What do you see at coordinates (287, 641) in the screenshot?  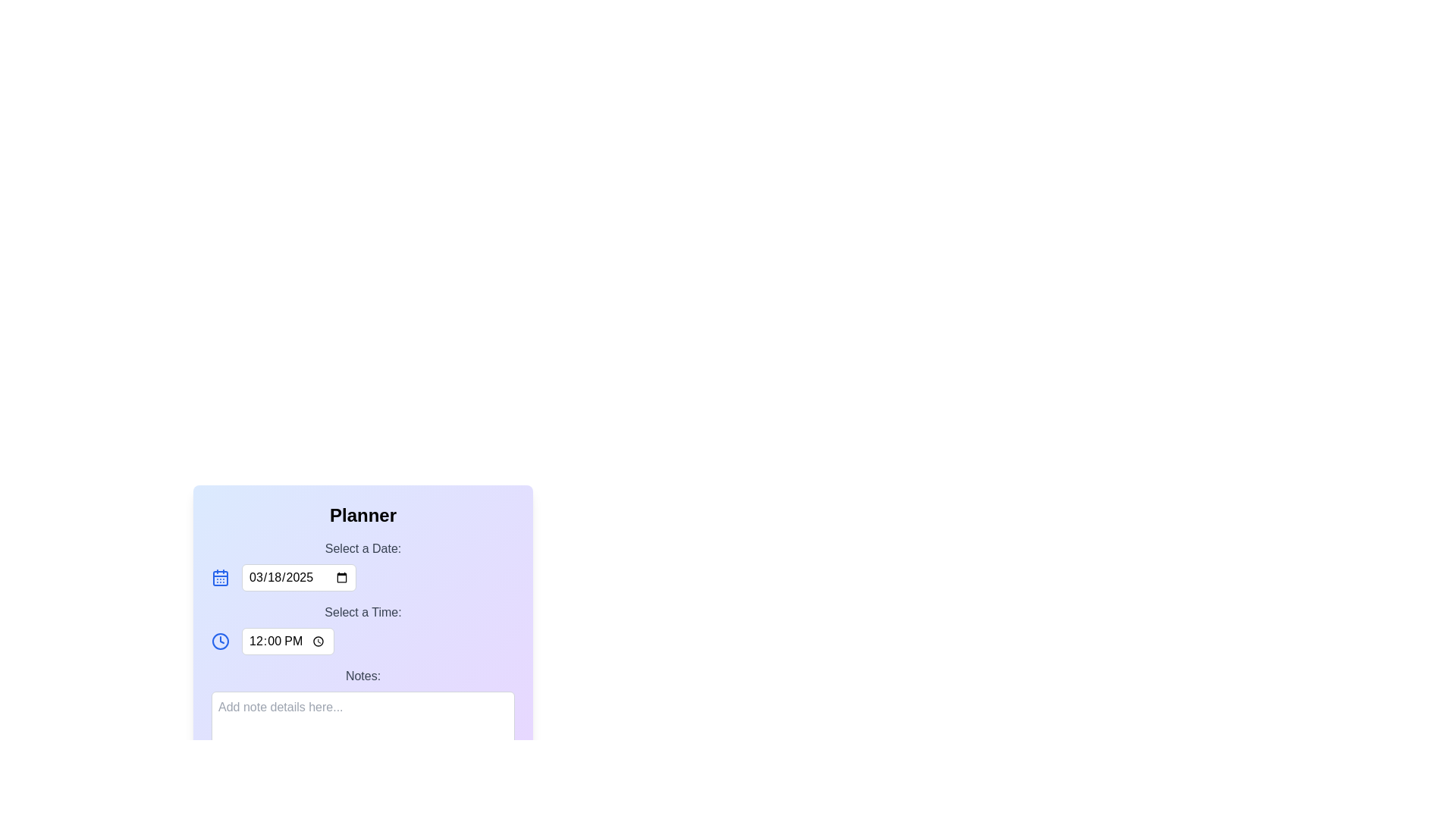 I see `the Time Input element located under 'Select a Date' and to the right of the clock icon, which allows the user to specify or adjust a time` at bounding box center [287, 641].